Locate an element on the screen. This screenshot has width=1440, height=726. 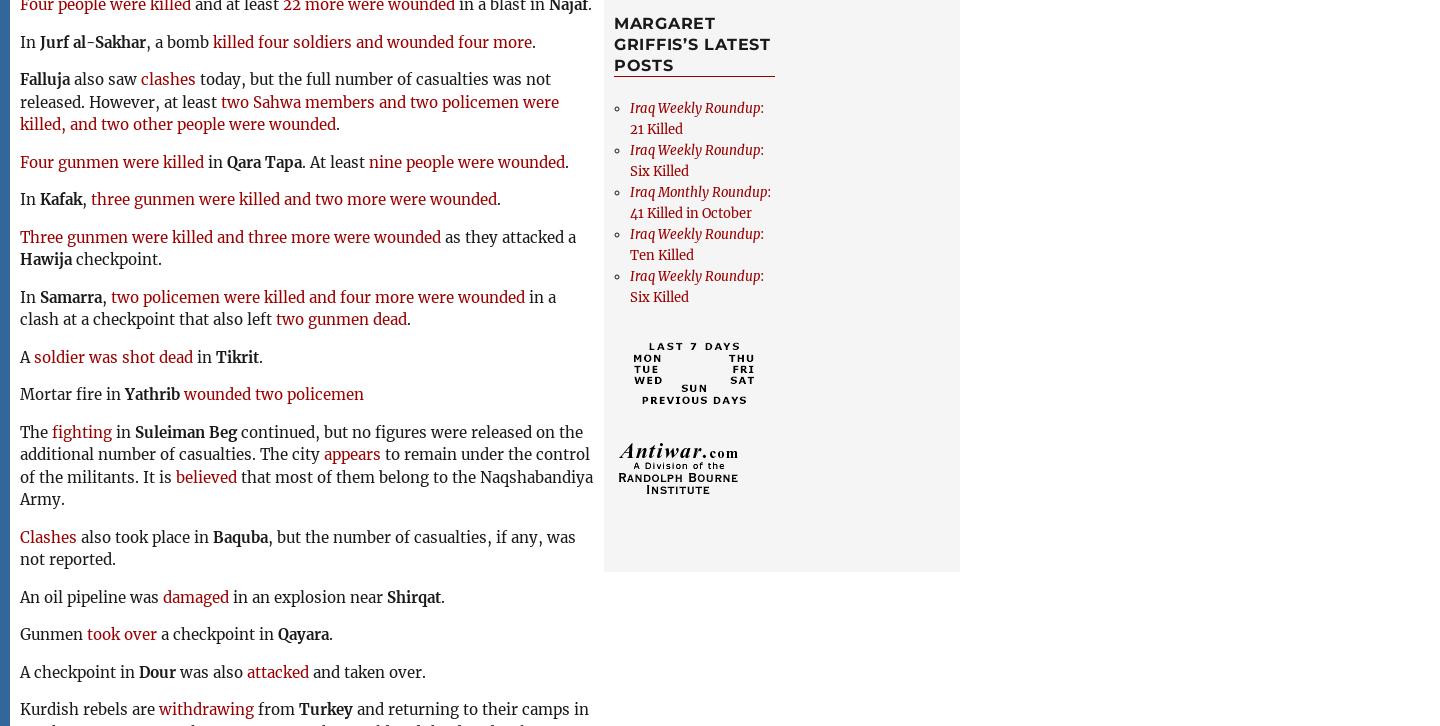
': Ten Killed' is located at coordinates (696, 243).